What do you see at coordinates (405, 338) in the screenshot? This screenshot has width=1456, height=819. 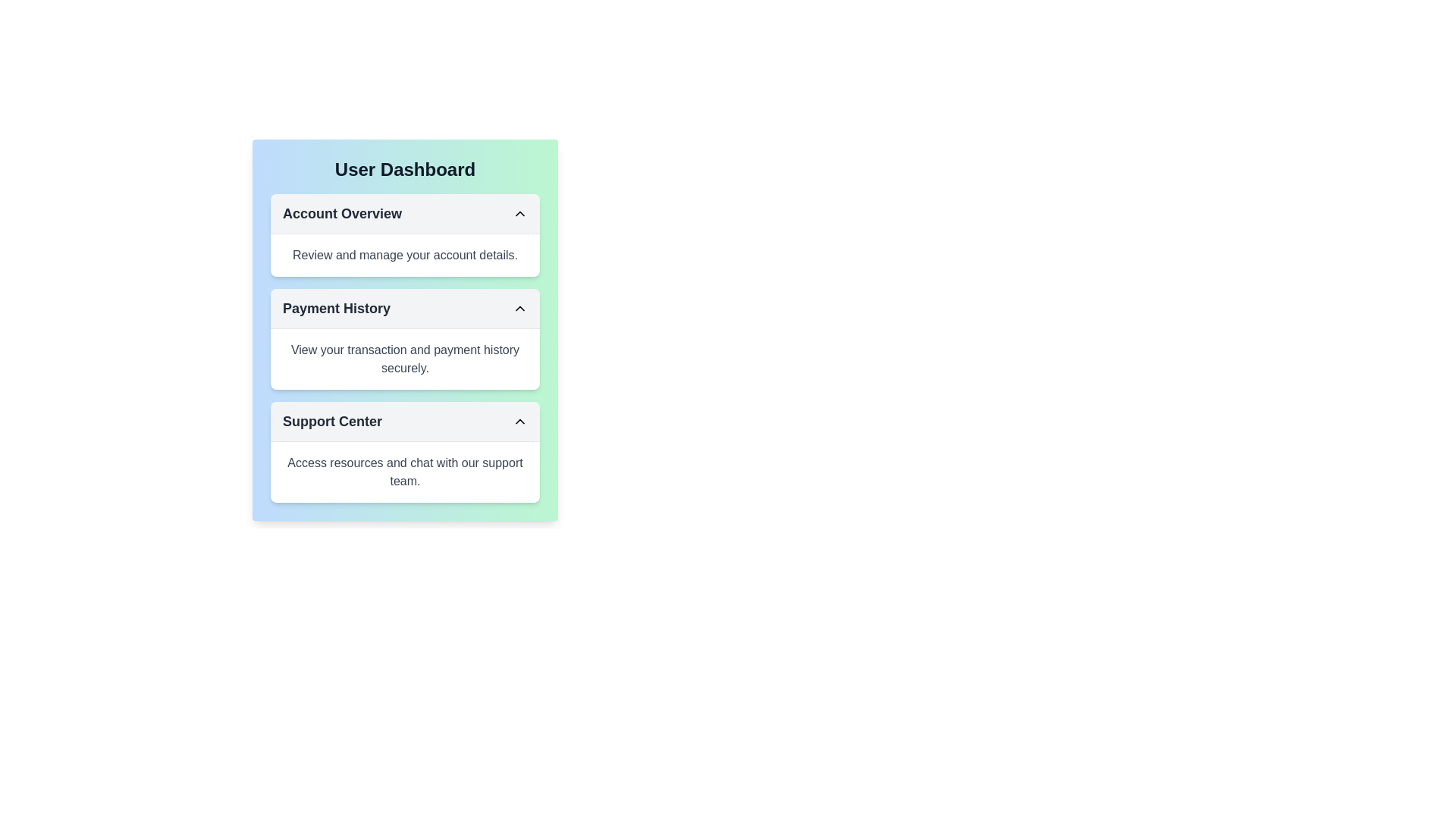 I see `the 'Payment History' informational card to focus or select it, which is the second card in the list, featuring a chevron icon for expanding or collapsing content` at bounding box center [405, 338].